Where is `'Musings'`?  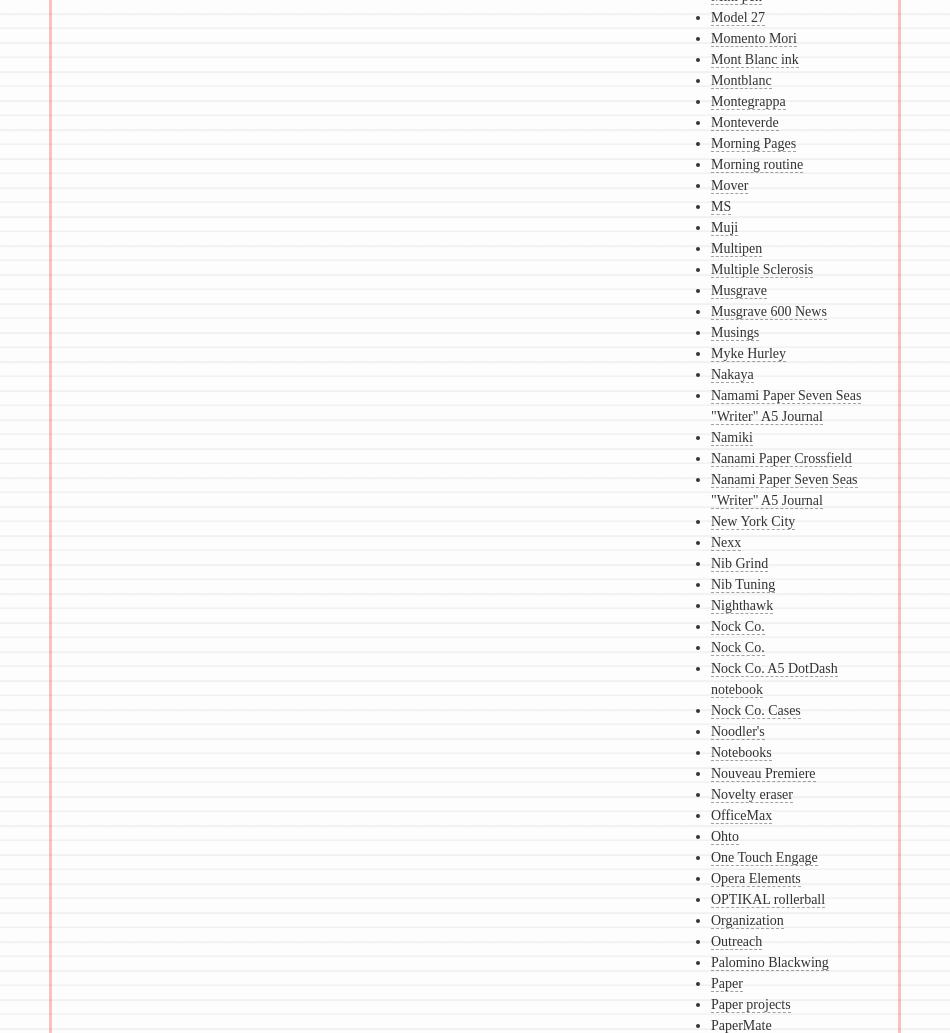
'Musings' is located at coordinates (733, 331).